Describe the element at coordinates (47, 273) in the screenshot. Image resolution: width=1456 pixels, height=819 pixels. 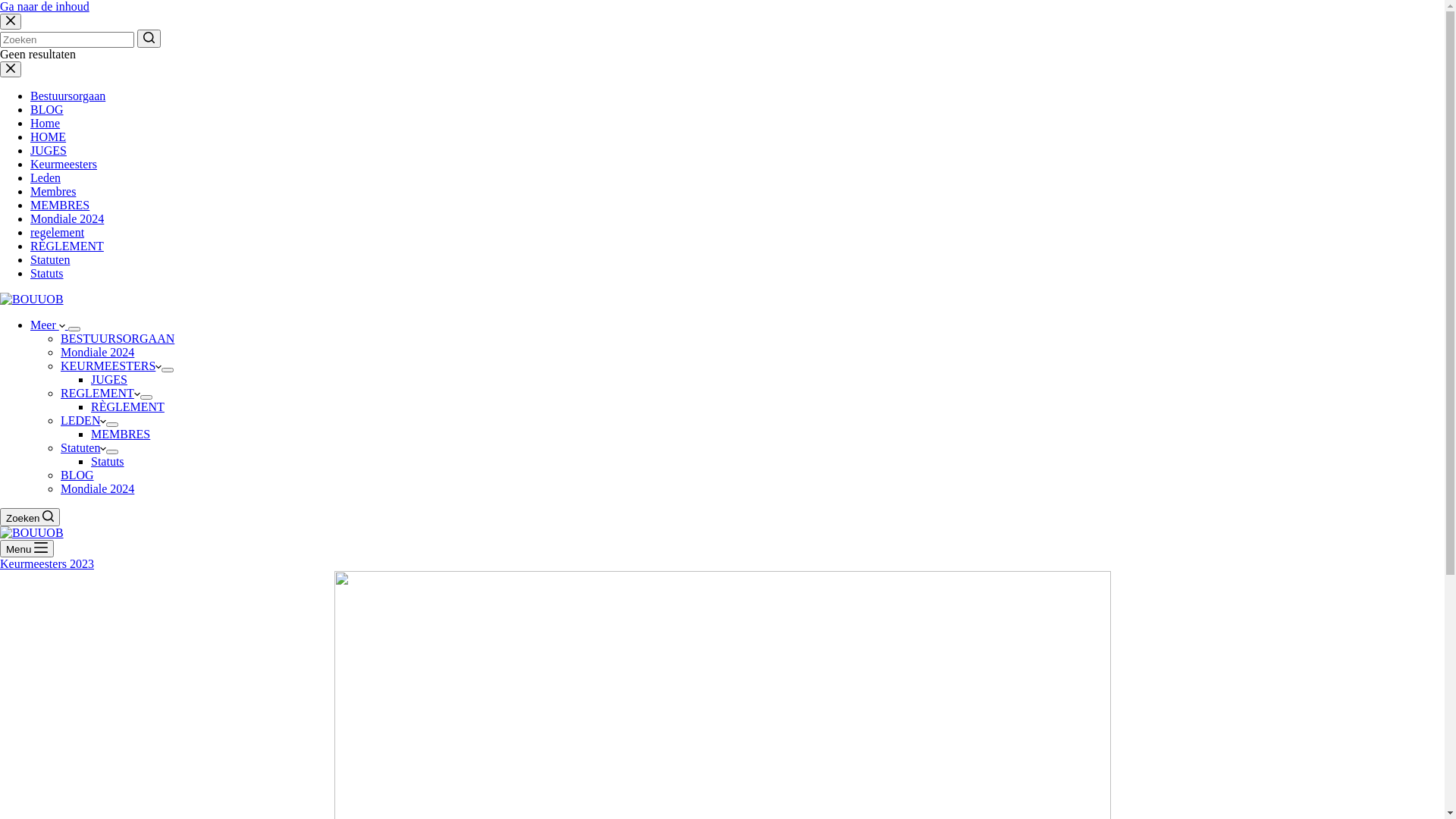
I see `'Statuts'` at that location.